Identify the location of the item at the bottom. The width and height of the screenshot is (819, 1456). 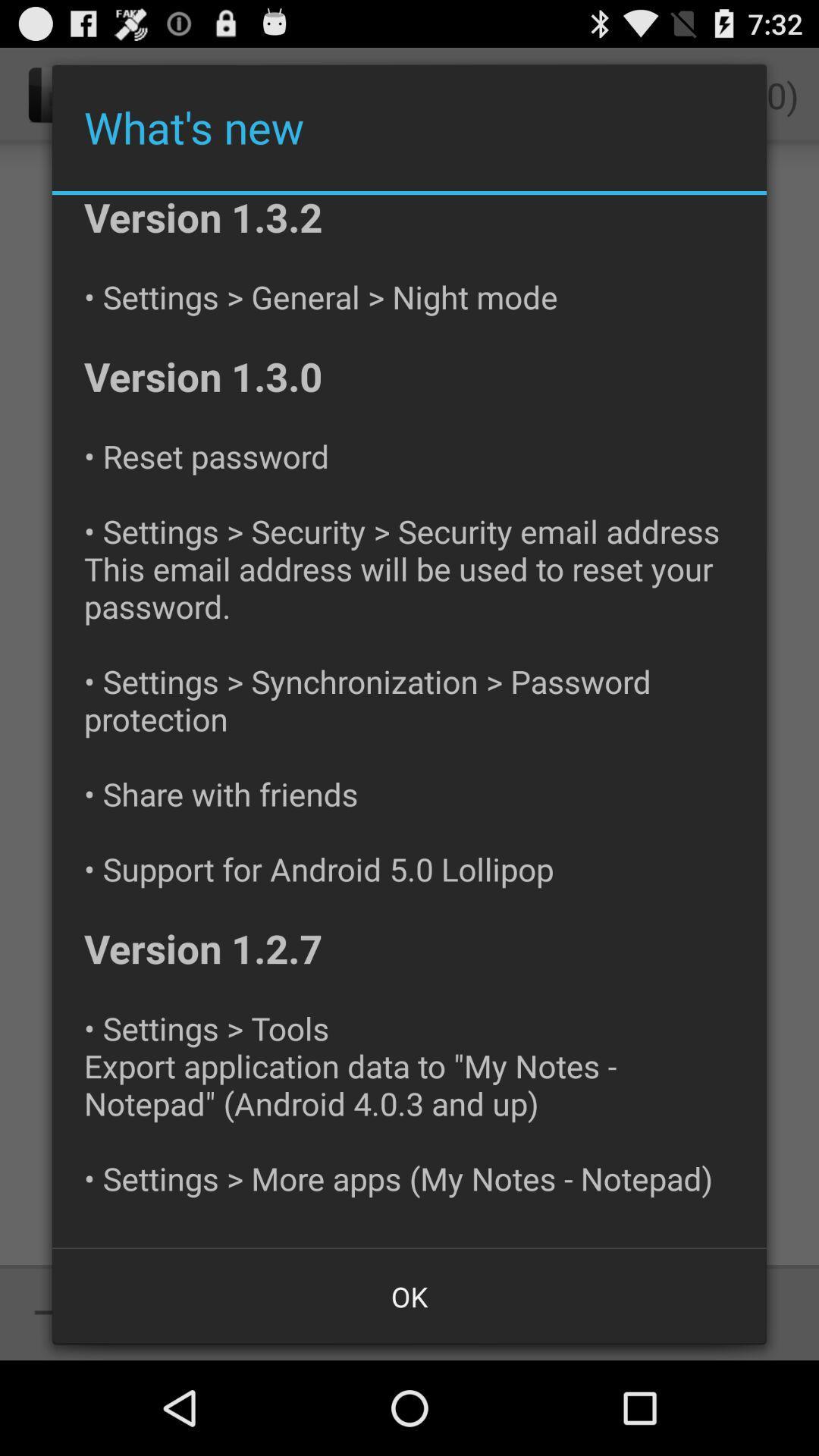
(409, 1295).